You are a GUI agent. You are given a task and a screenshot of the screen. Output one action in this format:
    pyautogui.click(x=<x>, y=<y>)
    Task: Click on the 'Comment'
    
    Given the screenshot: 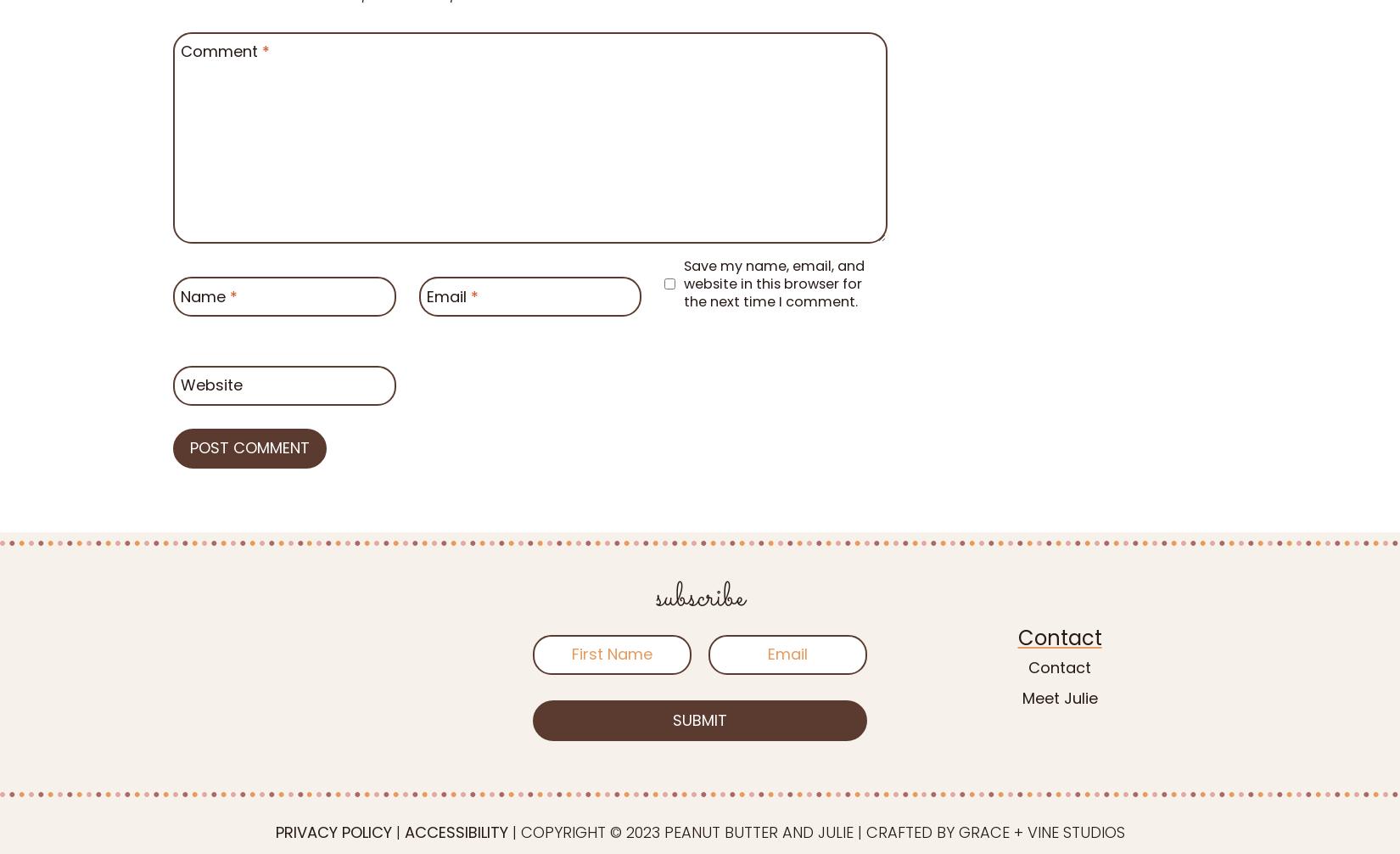 What is the action you would take?
    pyautogui.click(x=221, y=51)
    